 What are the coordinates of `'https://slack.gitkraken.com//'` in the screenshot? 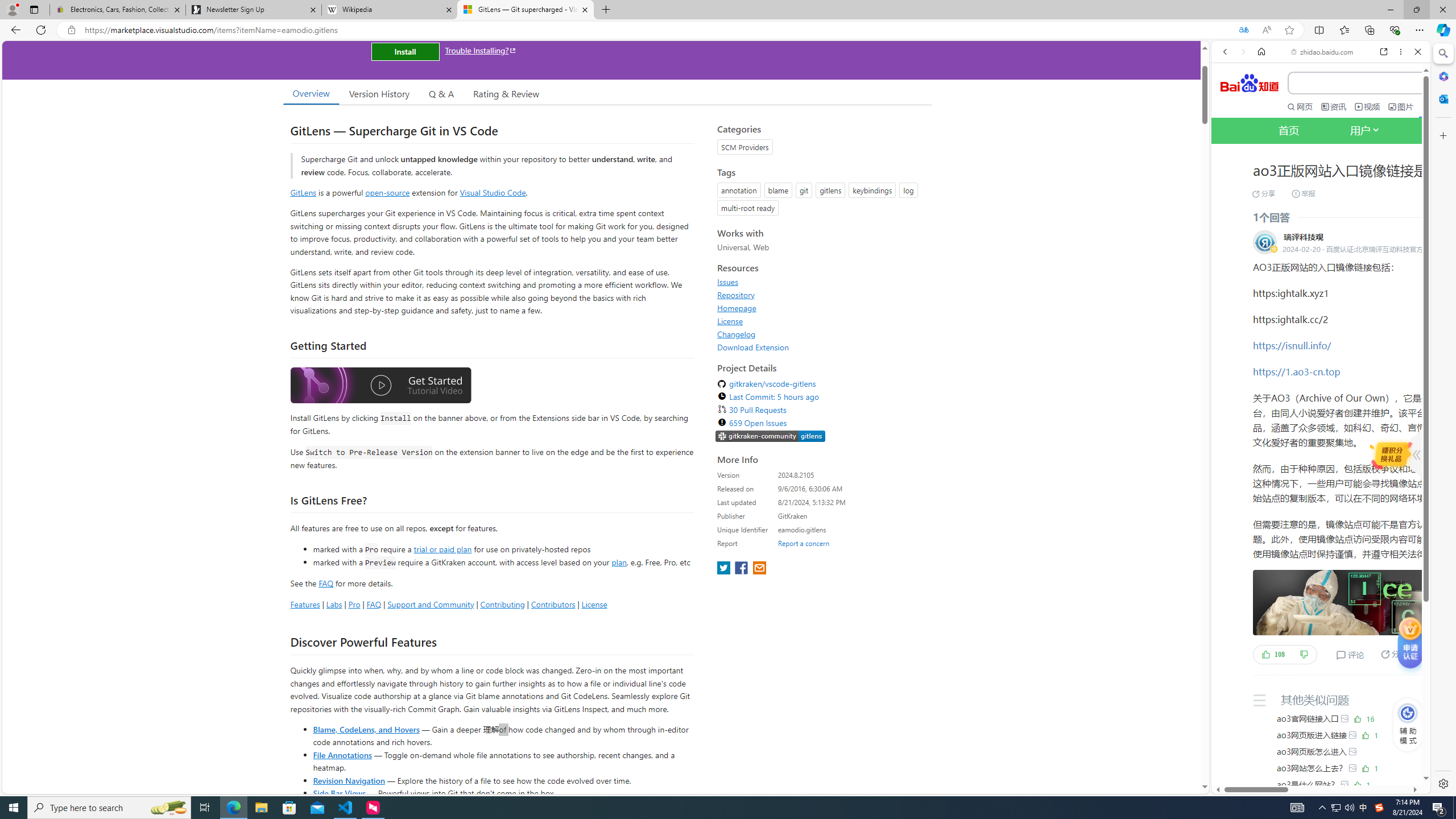 It's located at (770, 436).